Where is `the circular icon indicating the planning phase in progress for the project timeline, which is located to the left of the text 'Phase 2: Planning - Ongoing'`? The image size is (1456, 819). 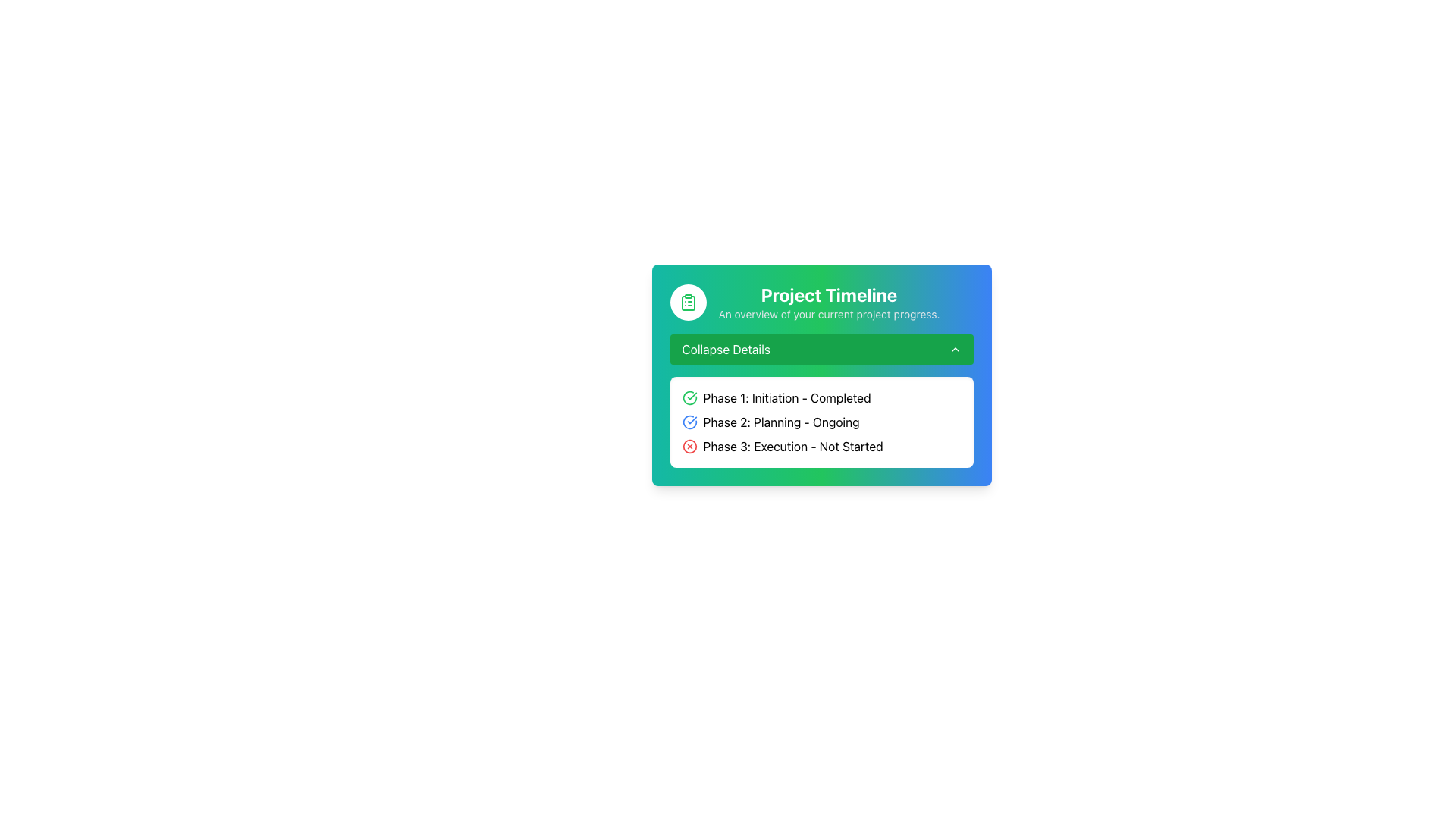
the circular icon indicating the planning phase in progress for the project timeline, which is located to the left of the text 'Phase 2: Planning - Ongoing' is located at coordinates (689, 422).